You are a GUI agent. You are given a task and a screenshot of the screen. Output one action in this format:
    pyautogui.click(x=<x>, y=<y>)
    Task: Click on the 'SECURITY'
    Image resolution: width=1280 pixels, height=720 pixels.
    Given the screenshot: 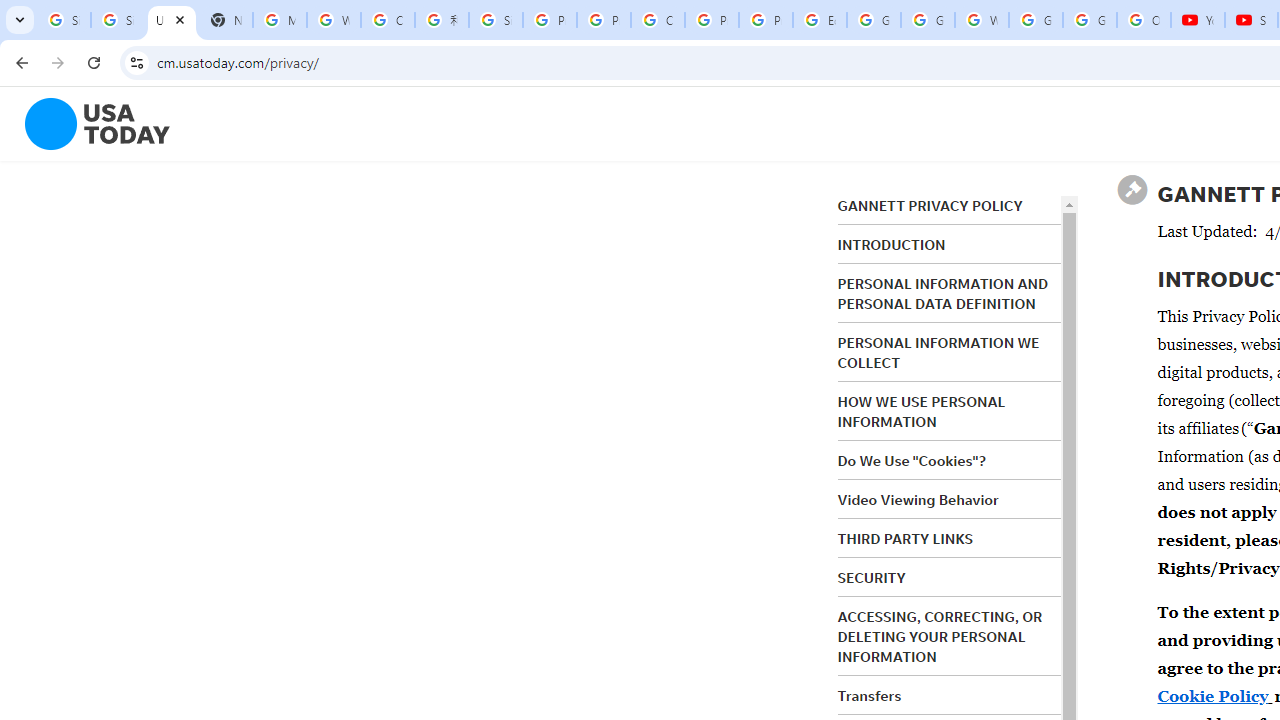 What is the action you would take?
    pyautogui.click(x=871, y=577)
    